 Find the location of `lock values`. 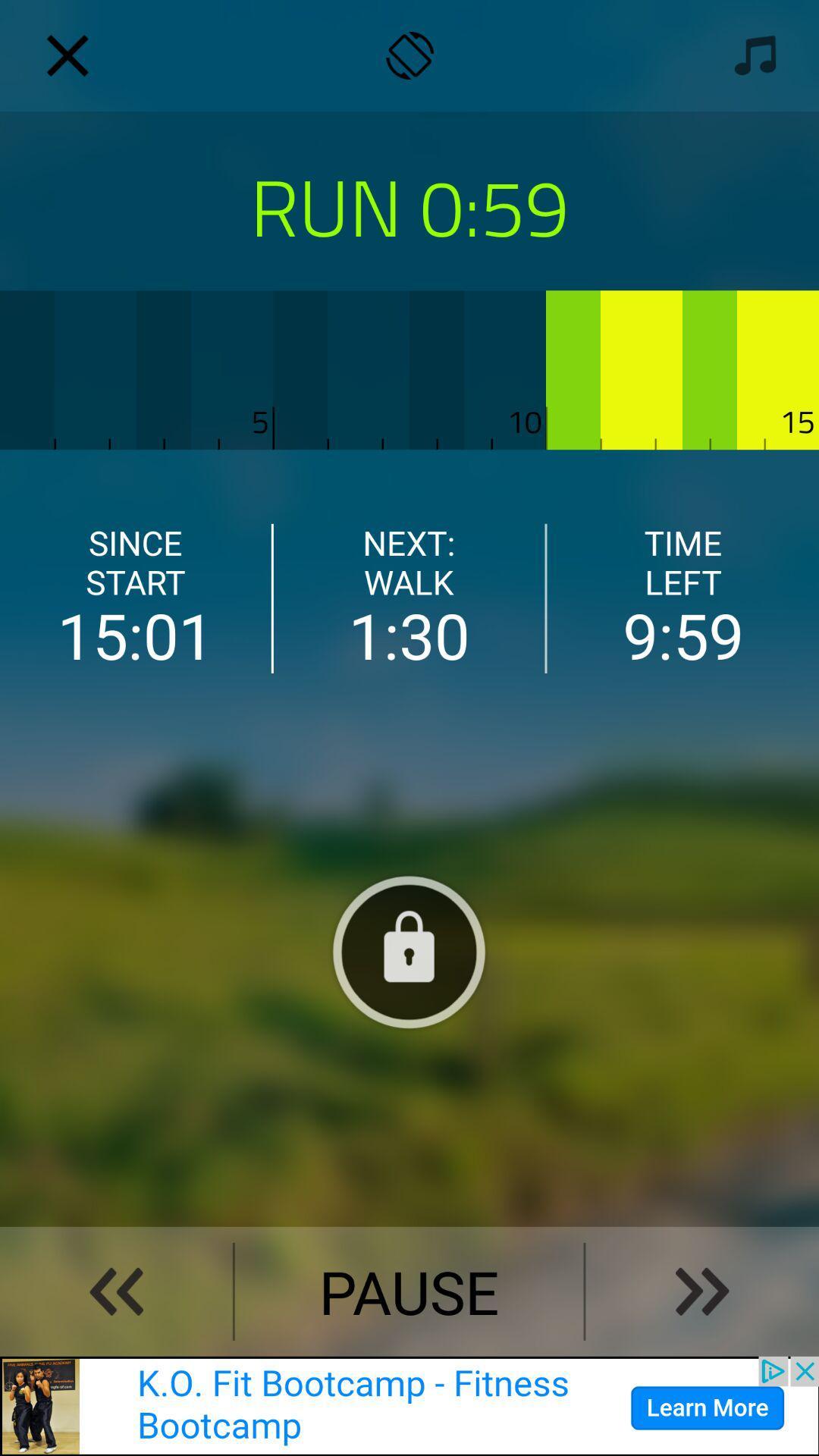

lock values is located at coordinates (408, 951).